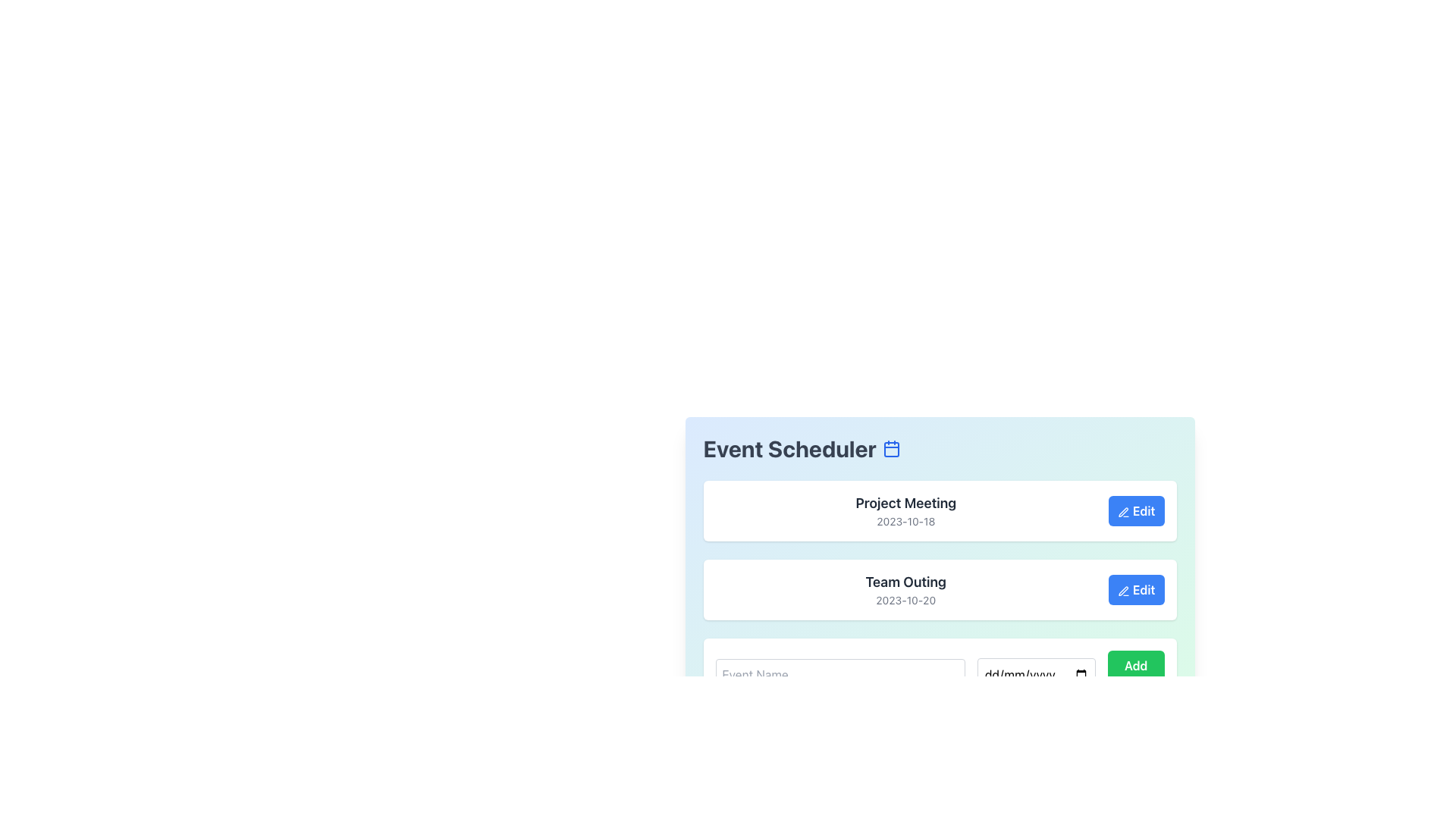  Describe the element at coordinates (892, 447) in the screenshot. I see `the calendar icon with a blue outline located to the right of the 'Event Scheduler' title` at that location.